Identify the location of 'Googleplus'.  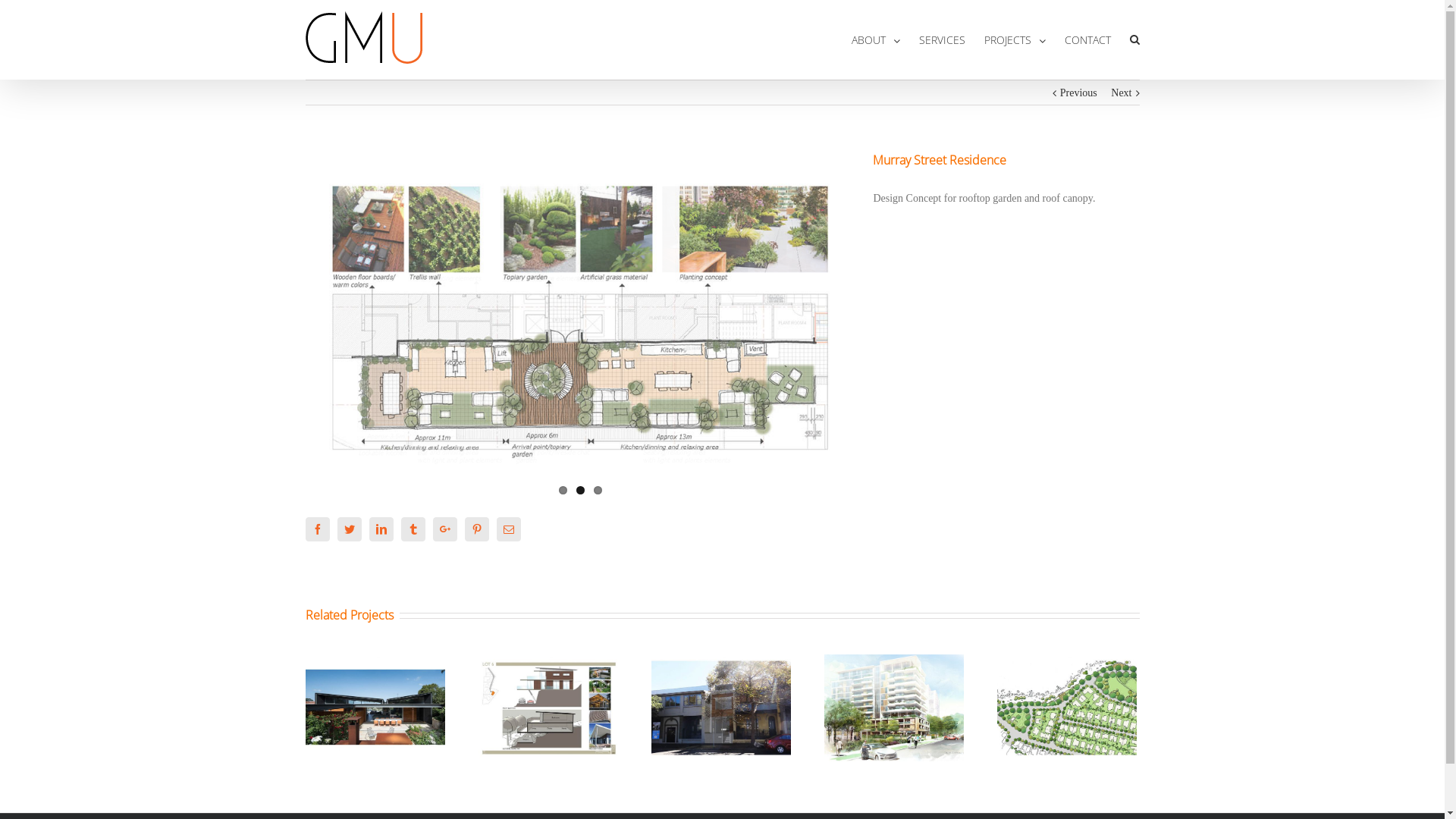
(431, 529).